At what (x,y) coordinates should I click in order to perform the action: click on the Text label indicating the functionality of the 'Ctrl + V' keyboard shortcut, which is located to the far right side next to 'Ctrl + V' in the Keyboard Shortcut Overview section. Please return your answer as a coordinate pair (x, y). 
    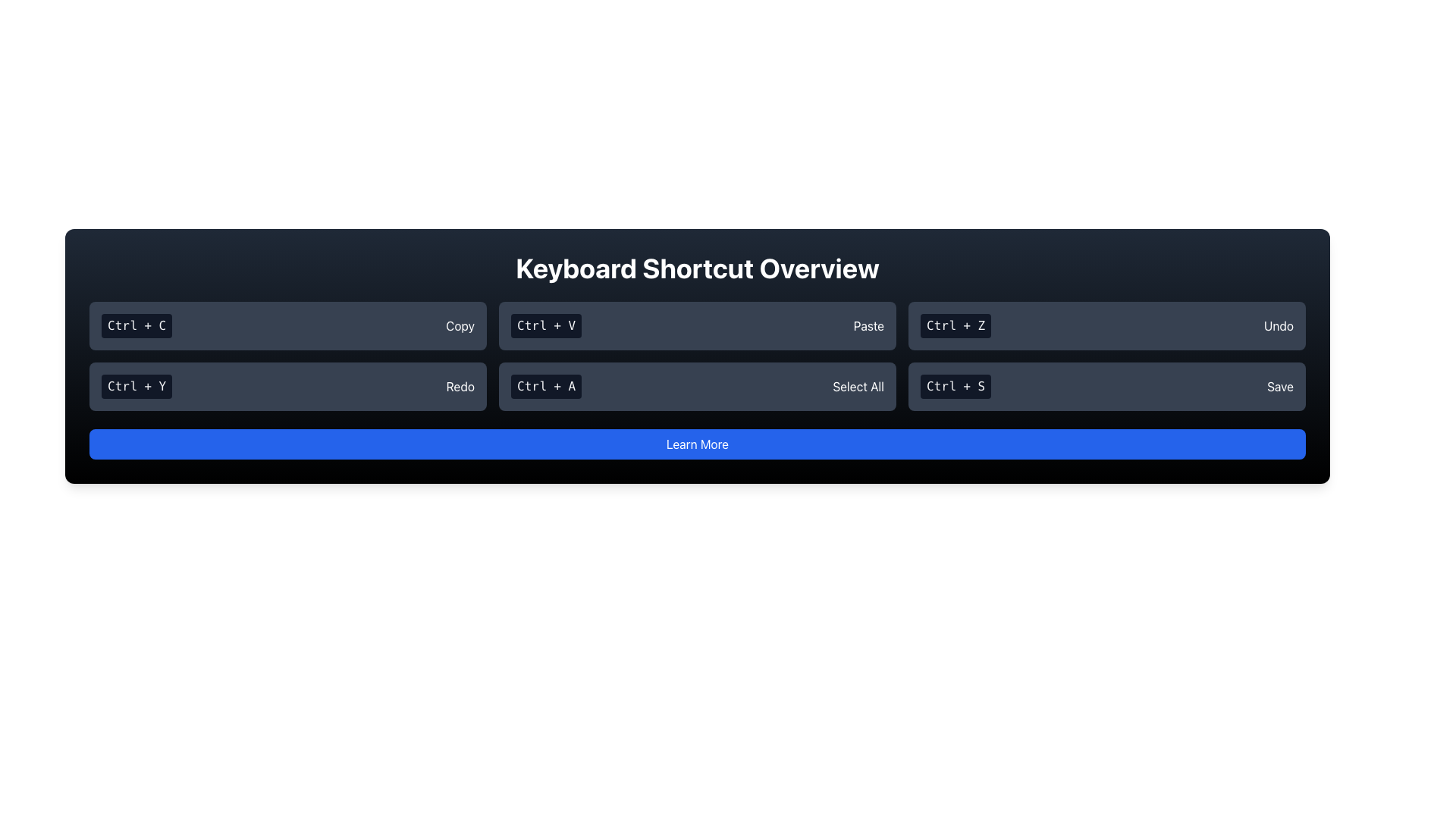
    Looking at the image, I should click on (868, 325).